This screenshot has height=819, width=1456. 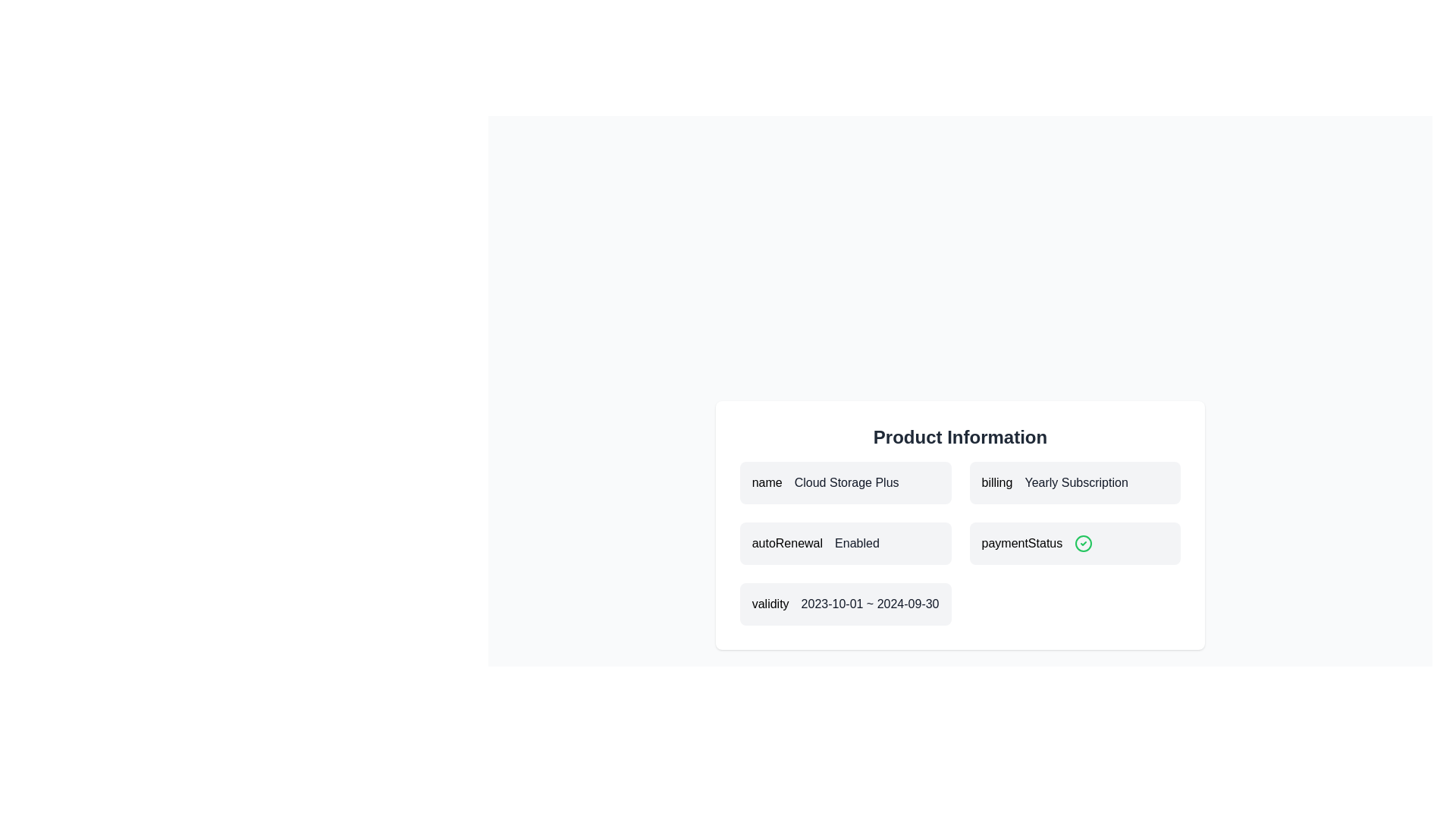 I want to click on the Text Display Group labeled 'Cloud Storage Plus' which is located in the top-left section of the grid layout under 'Product Information', so click(x=845, y=482).